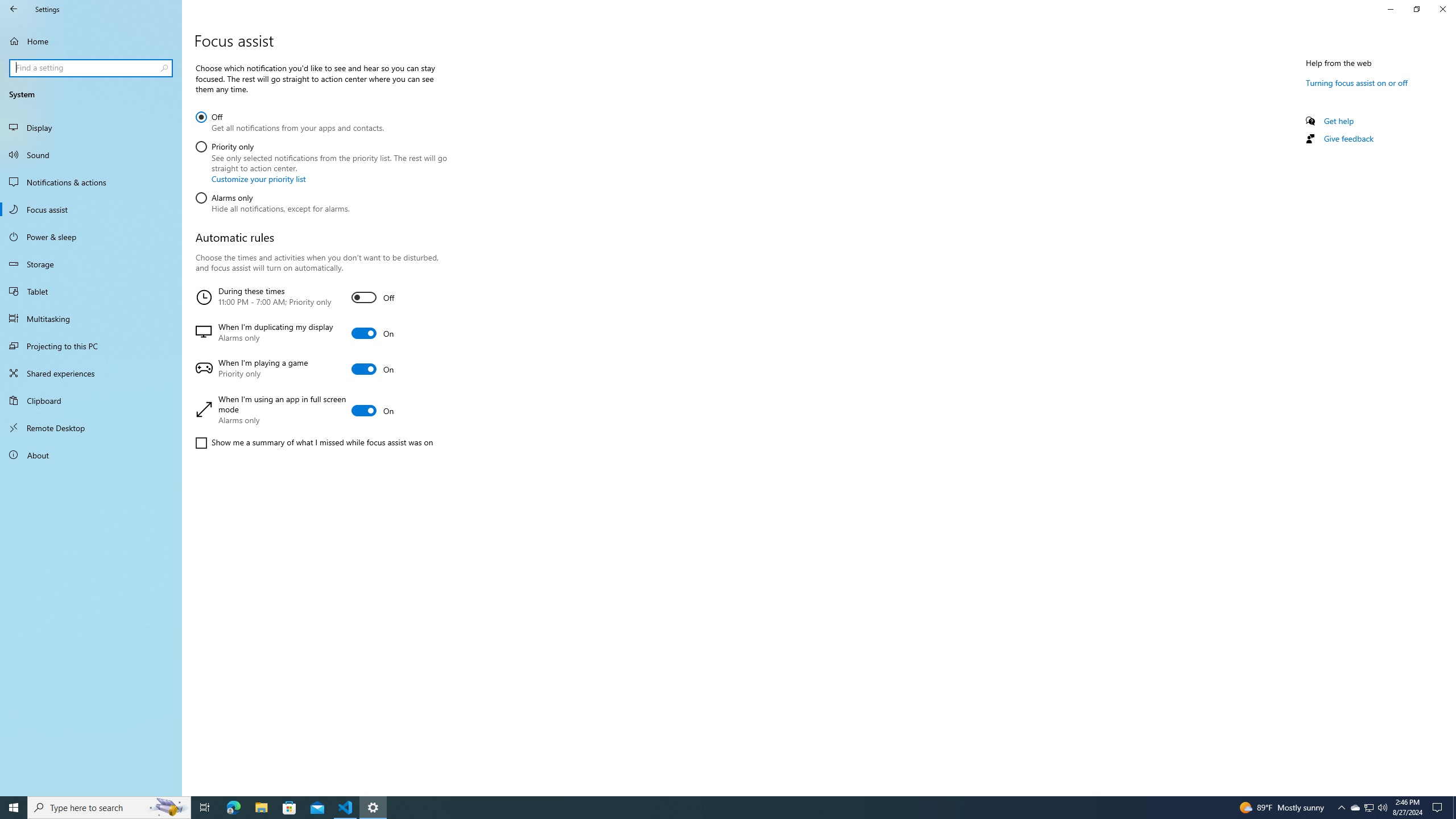  I want to click on 'About', so click(90, 454).